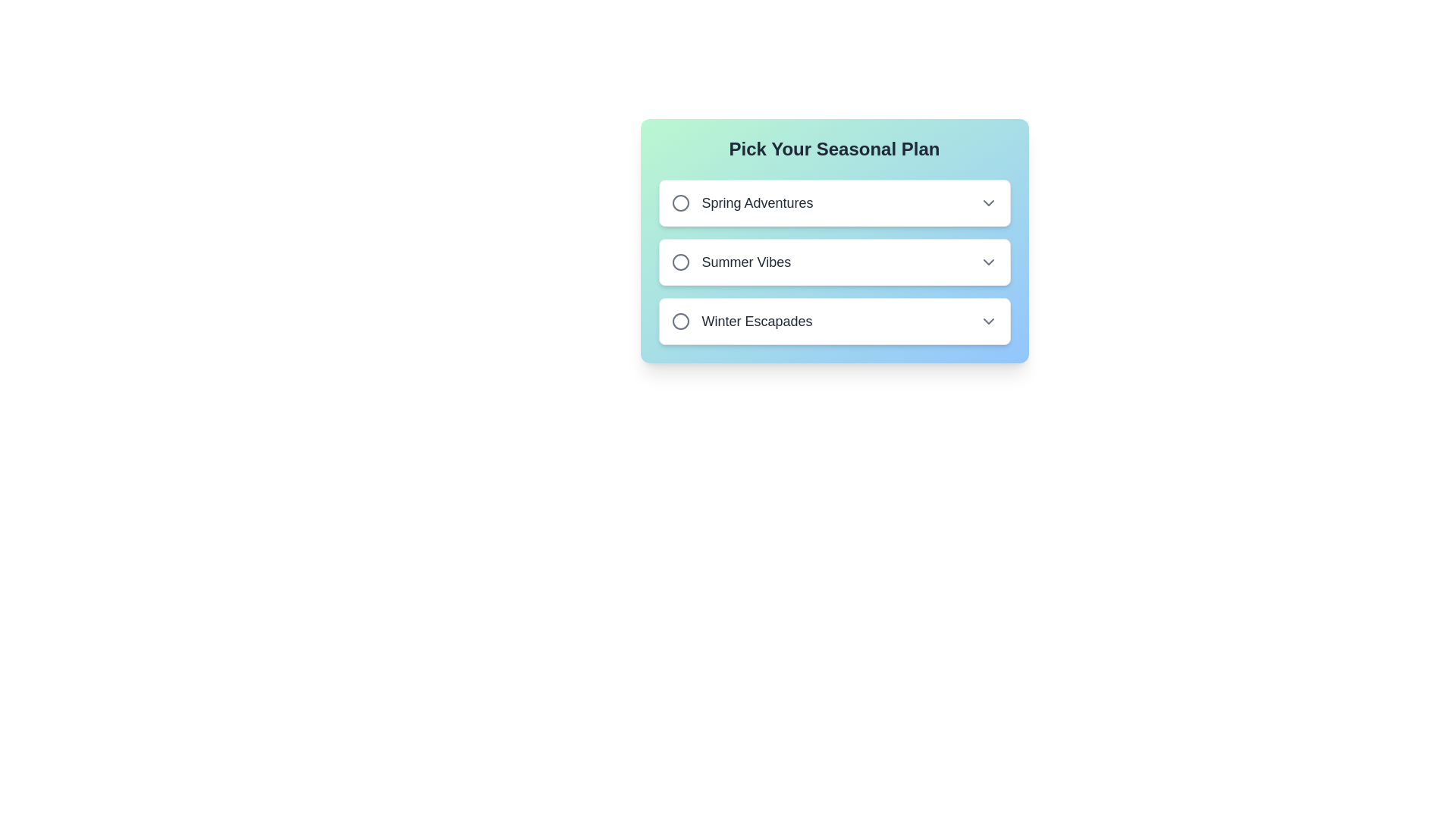 The width and height of the screenshot is (1456, 819). Describe the element at coordinates (833, 202) in the screenshot. I see `the first selectable option styled as a button displaying 'Spring Adventures'` at that location.